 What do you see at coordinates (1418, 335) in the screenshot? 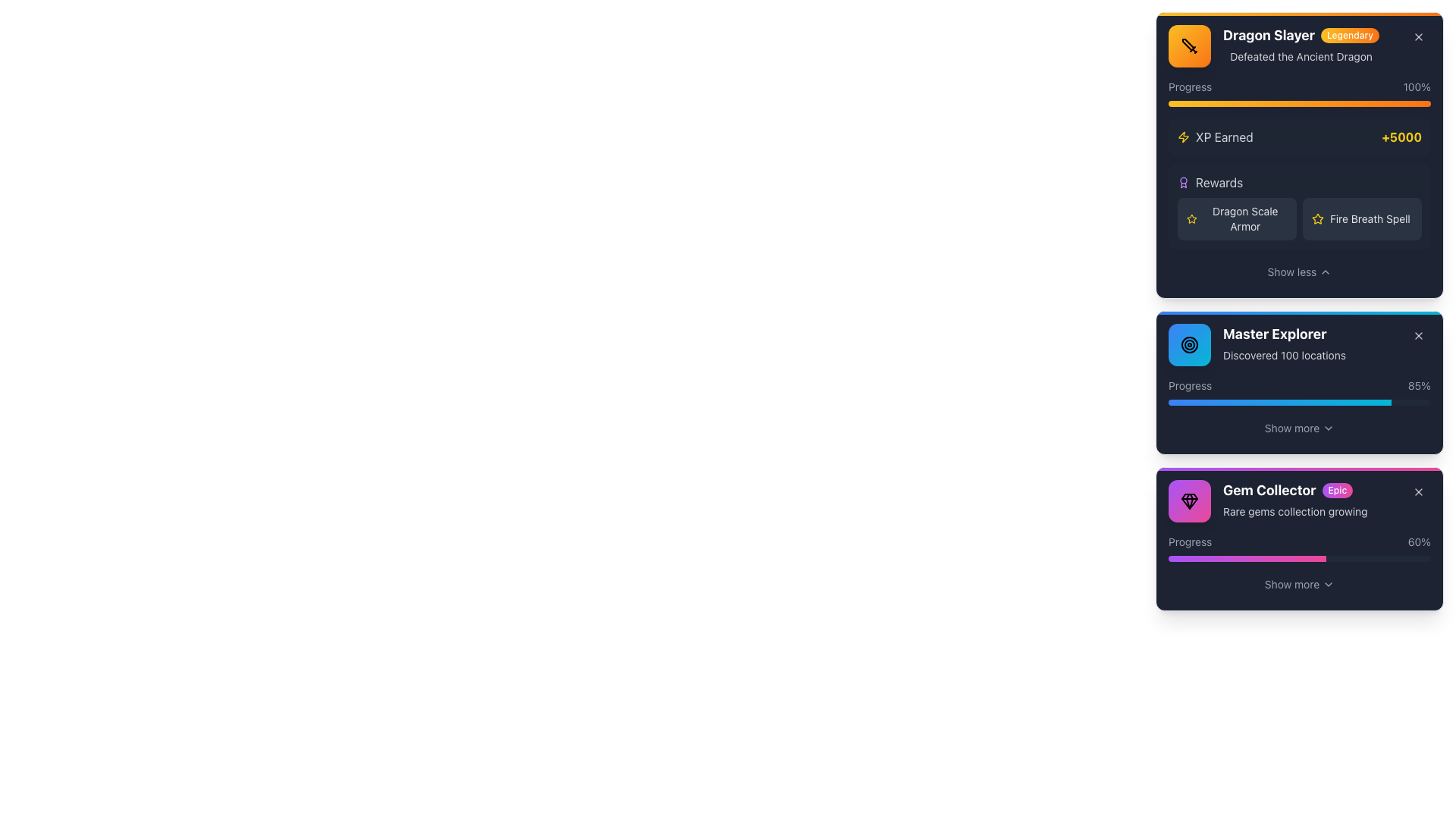
I see `the close button located in the top-right corner of the 'Master Explorer' section` at bounding box center [1418, 335].